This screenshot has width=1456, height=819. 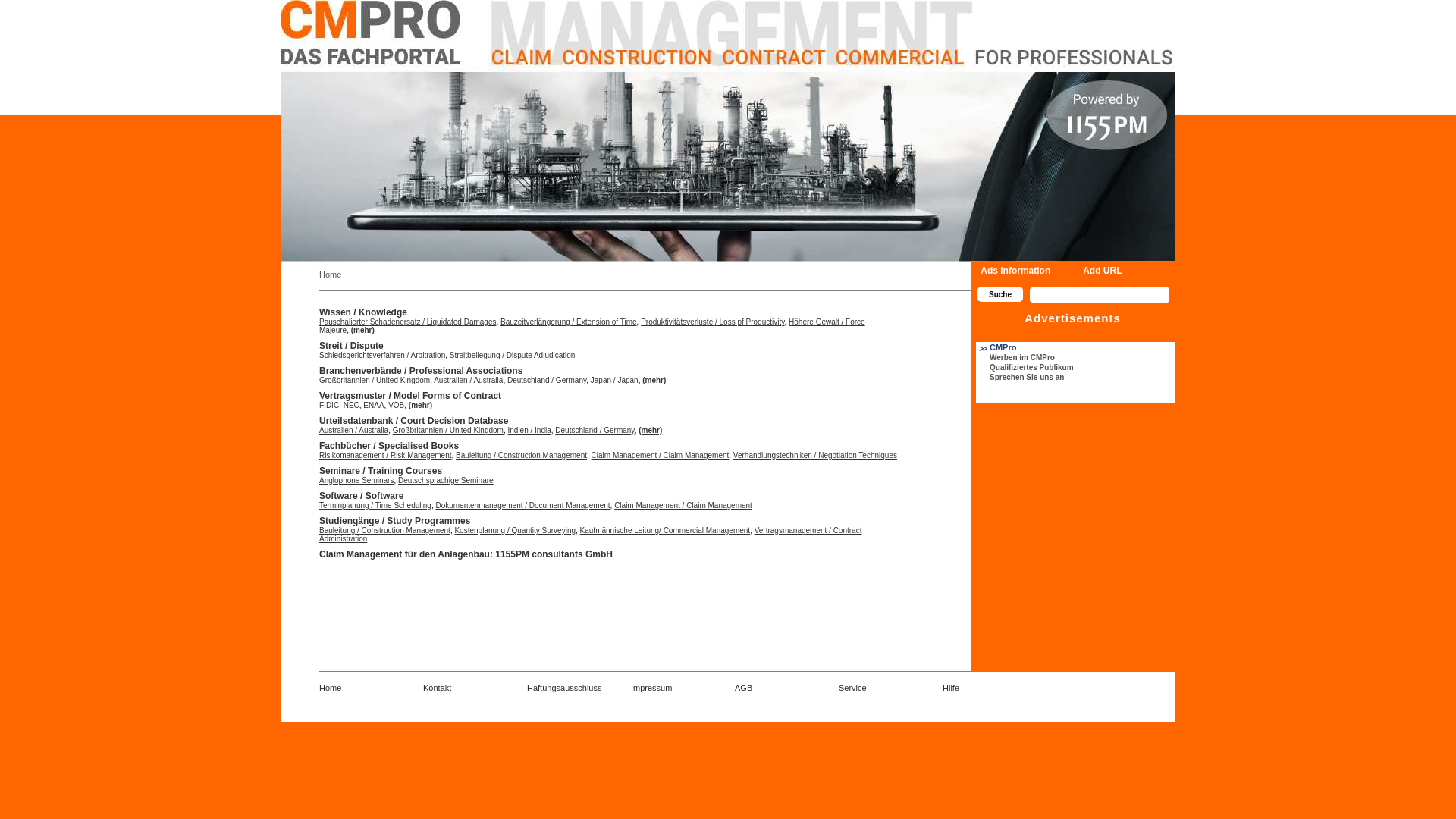 I want to click on 'Deutschland / Germany', so click(x=554, y=430).